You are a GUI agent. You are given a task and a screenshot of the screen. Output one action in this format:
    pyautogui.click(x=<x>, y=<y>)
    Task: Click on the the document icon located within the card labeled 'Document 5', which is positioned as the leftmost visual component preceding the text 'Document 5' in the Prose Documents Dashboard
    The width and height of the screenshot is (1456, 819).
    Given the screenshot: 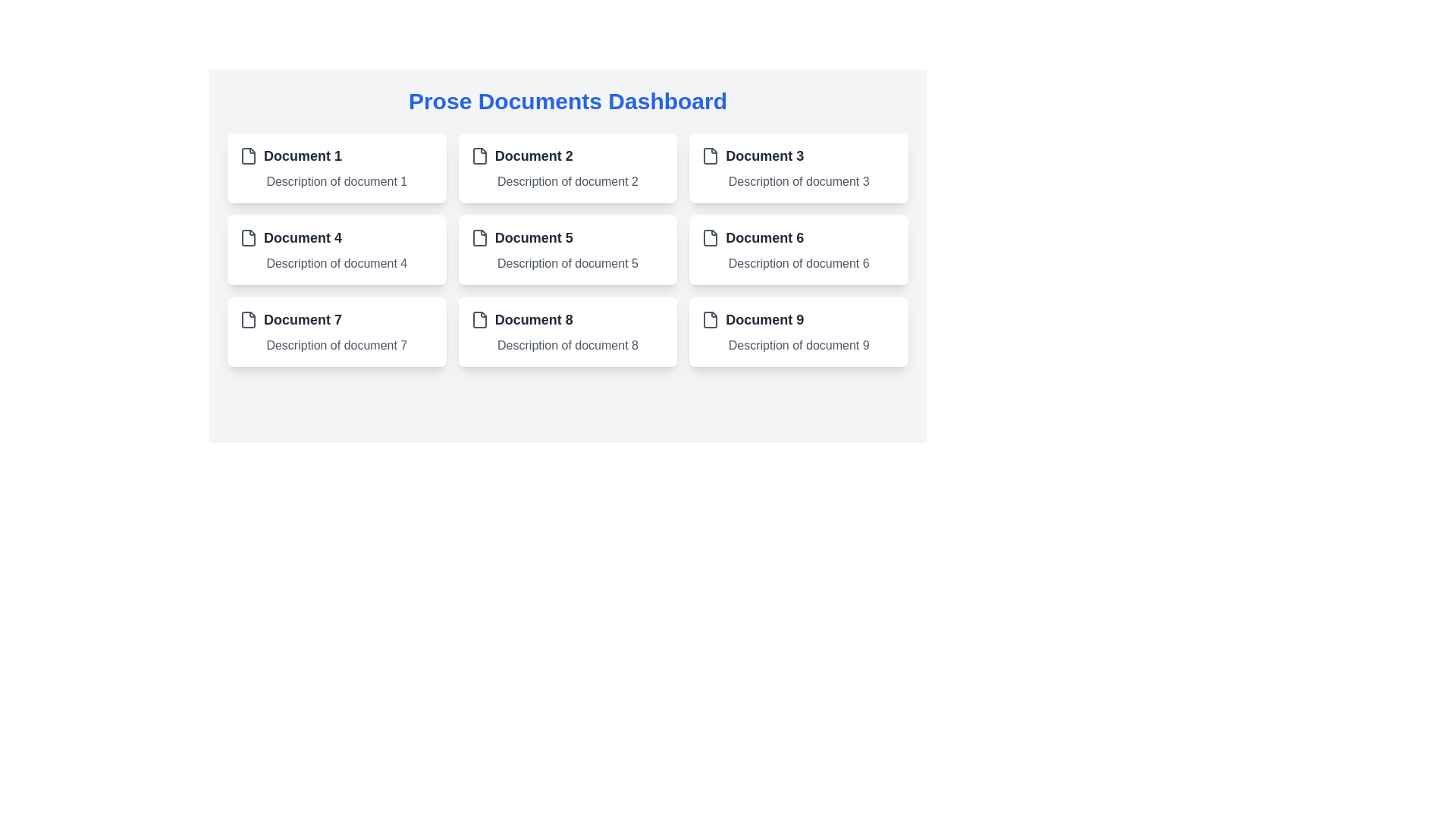 What is the action you would take?
    pyautogui.click(x=479, y=237)
    